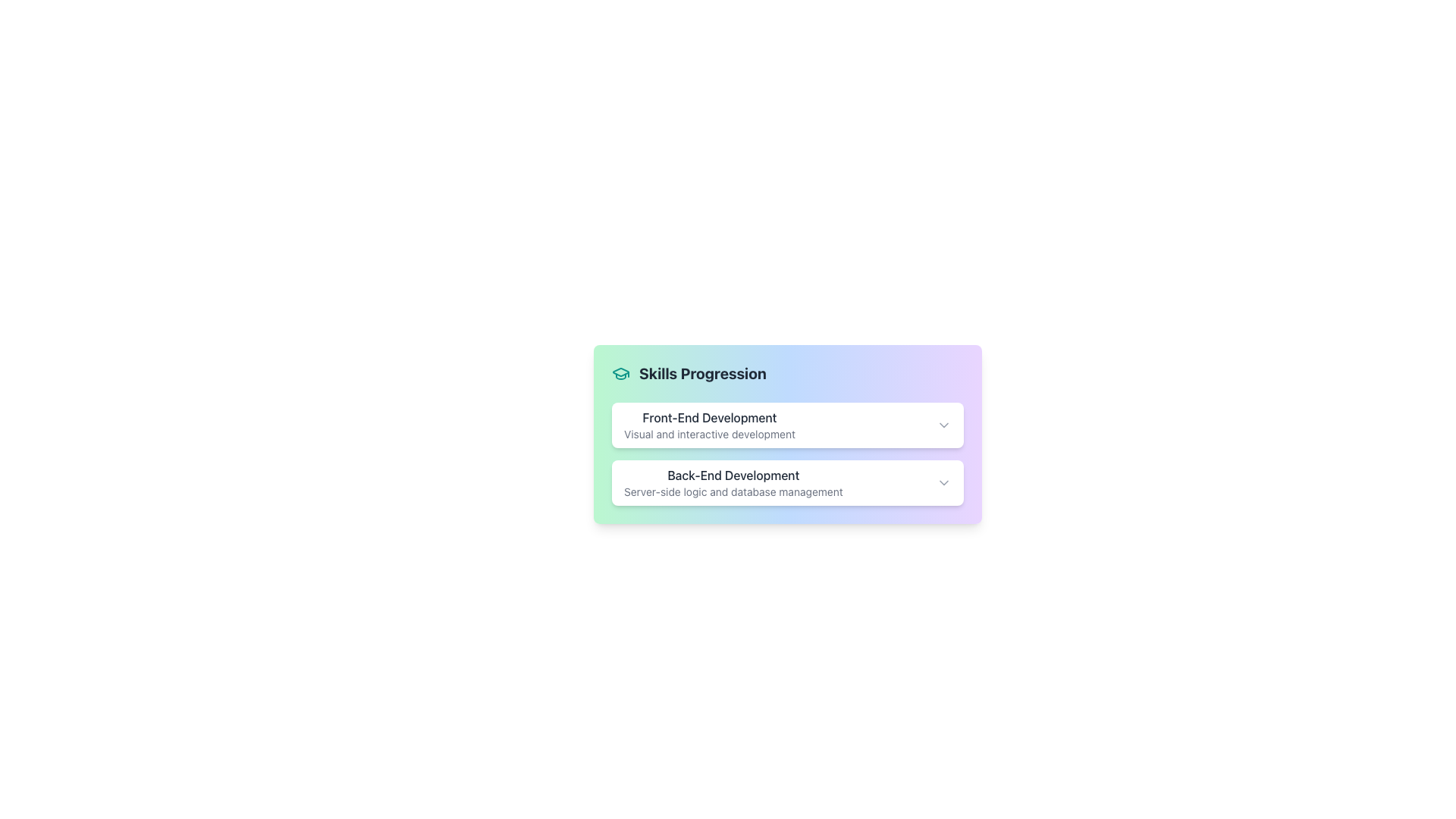 The height and width of the screenshot is (819, 1456). I want to click on the text label reading 'Front-End Development', which is styled in bold dark gray, prominently displayed above the subtext in the 'Skills Progression' card, so click(709, 418).